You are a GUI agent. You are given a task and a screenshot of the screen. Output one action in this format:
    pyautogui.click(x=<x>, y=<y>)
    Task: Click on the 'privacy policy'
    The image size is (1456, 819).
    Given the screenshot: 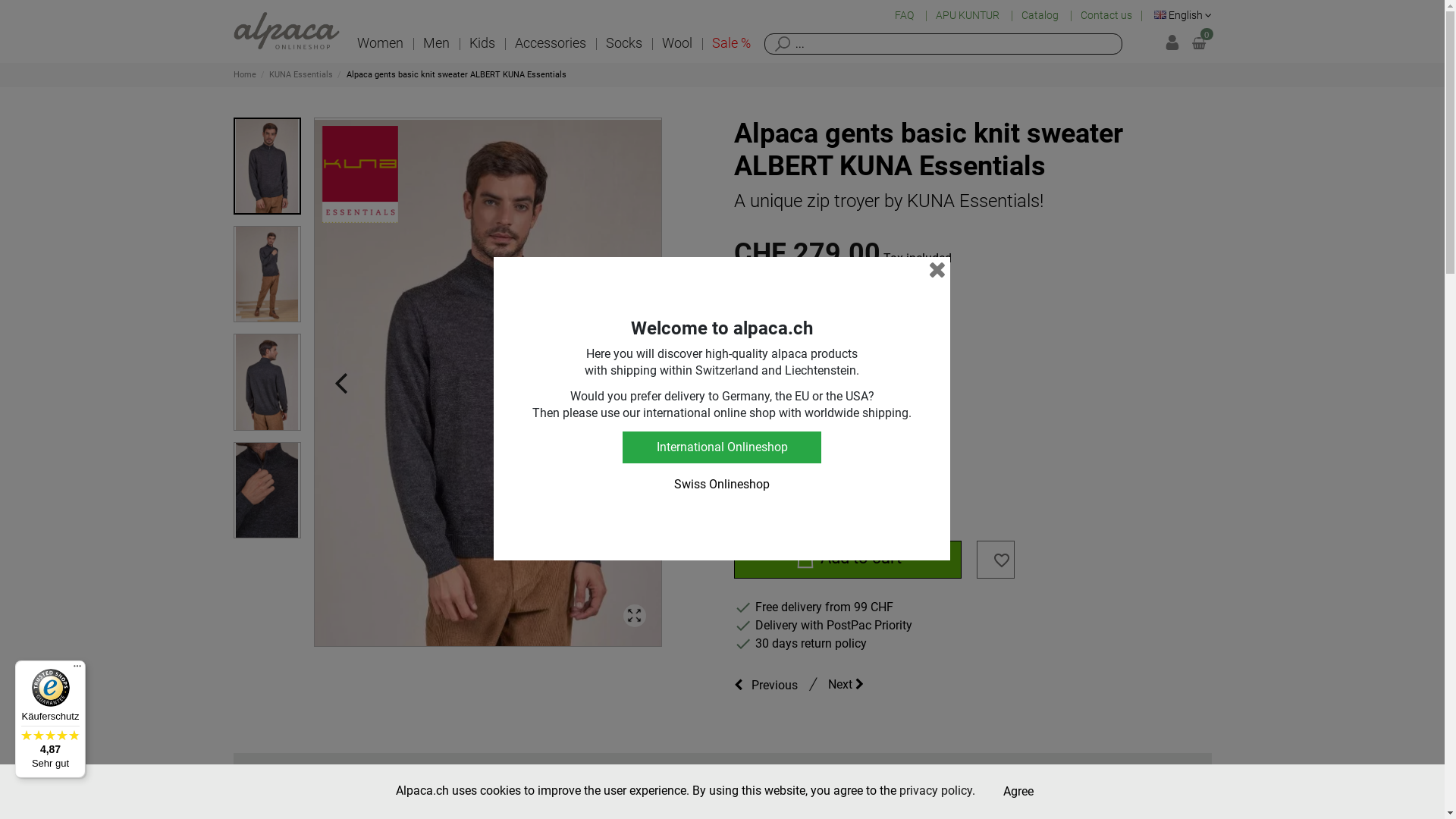 What is the action you would take?
    pyautogui.click(x=899, y=789)
    